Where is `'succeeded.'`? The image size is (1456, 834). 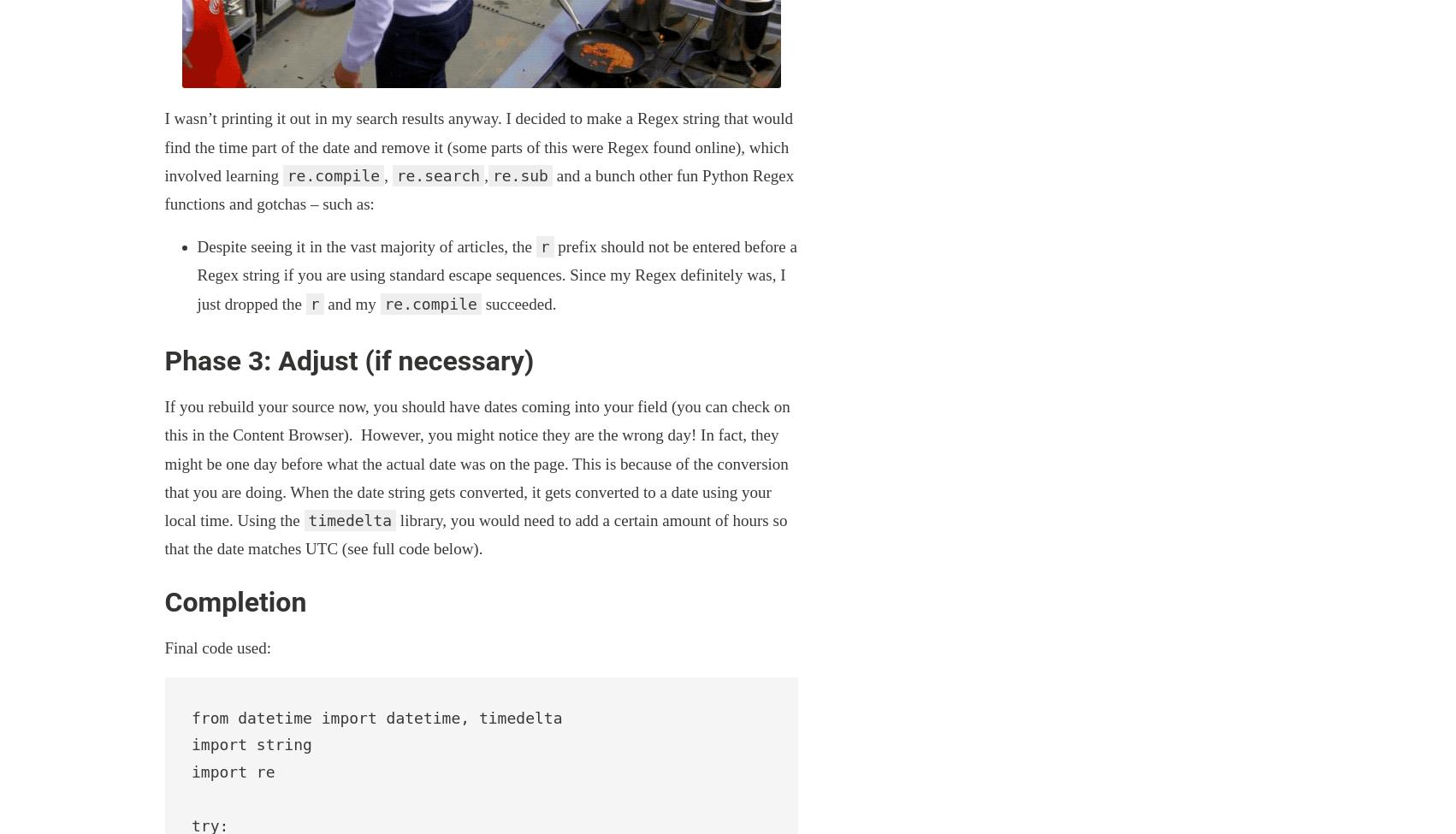 'succeeded.' is located at coordinates (518, 302).